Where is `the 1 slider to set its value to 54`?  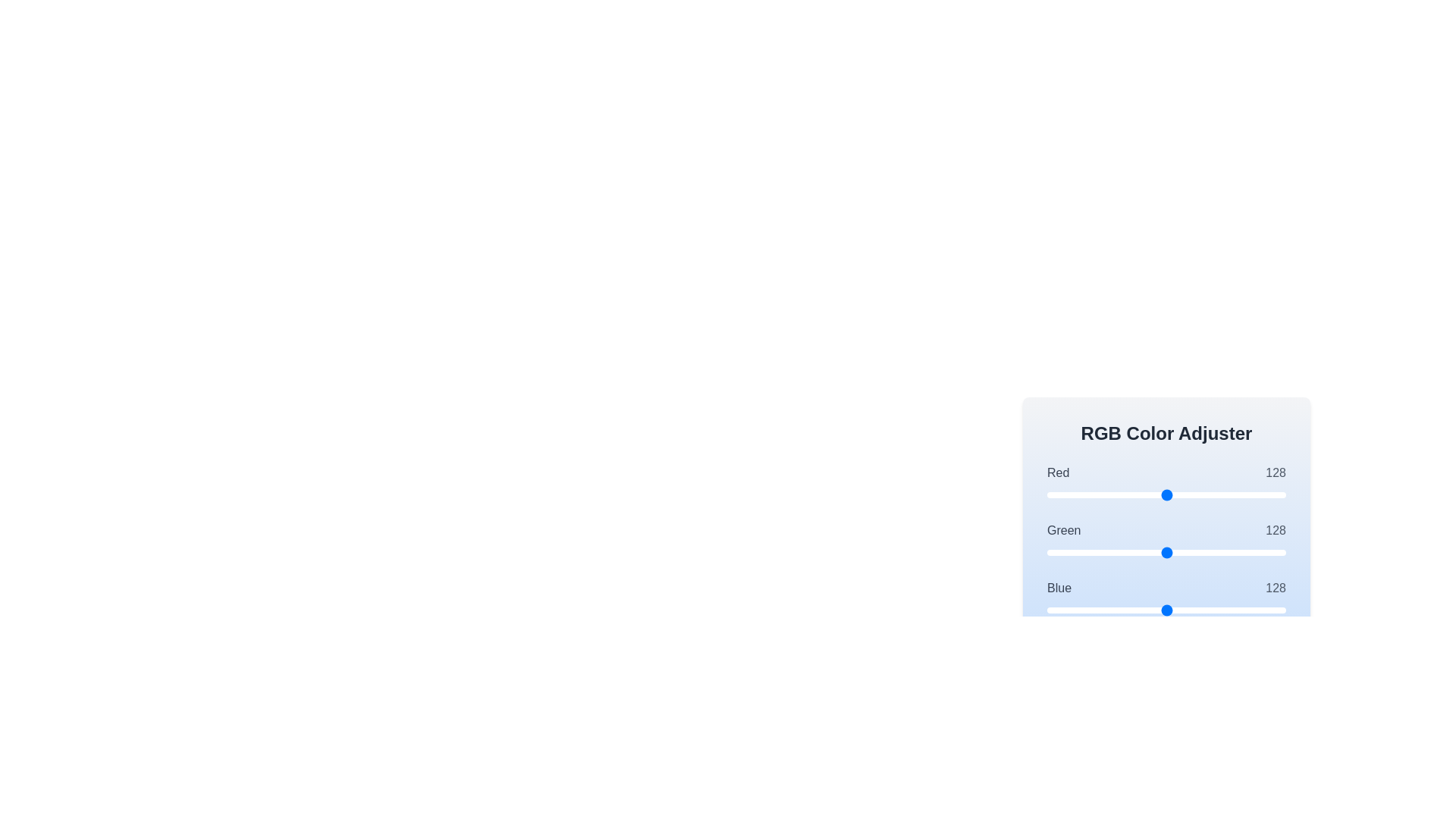 the 1 slider to set its value to 54 is located at coordinates (1097, 553).